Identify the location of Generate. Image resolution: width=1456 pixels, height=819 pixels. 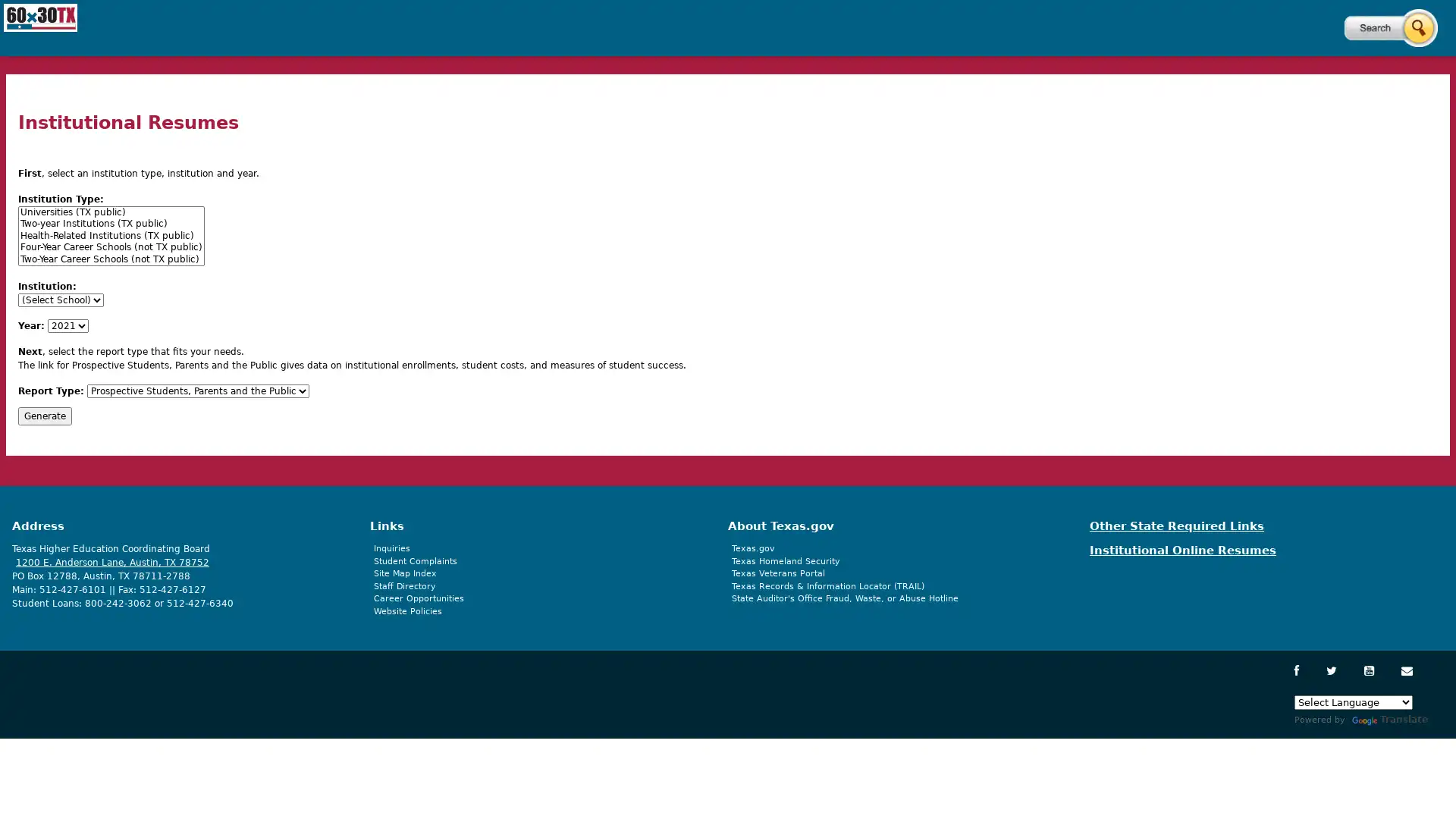
(45, 415).